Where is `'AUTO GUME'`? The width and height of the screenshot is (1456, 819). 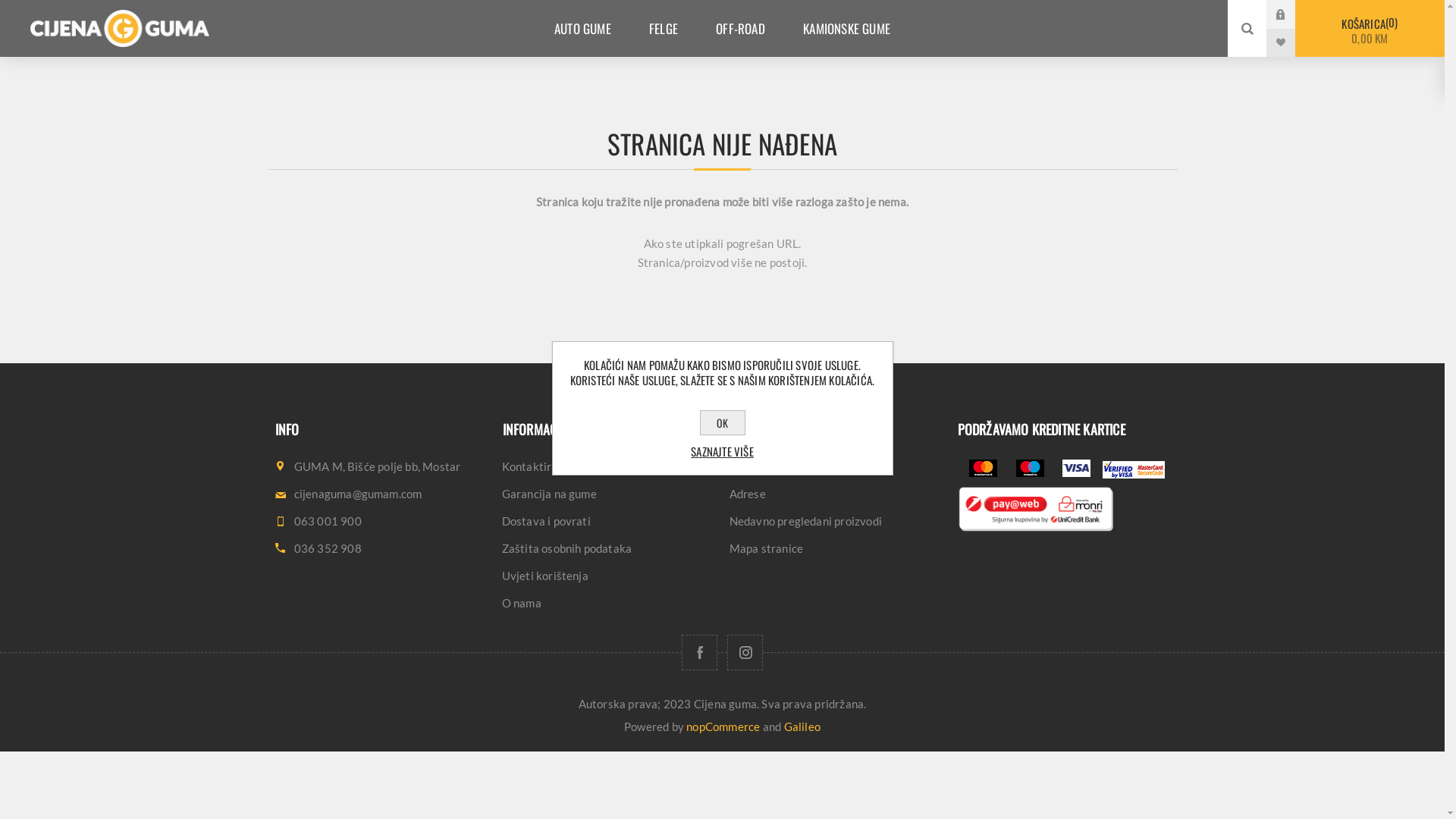
'AUTO GUME' is located at coordinates (582, 28).